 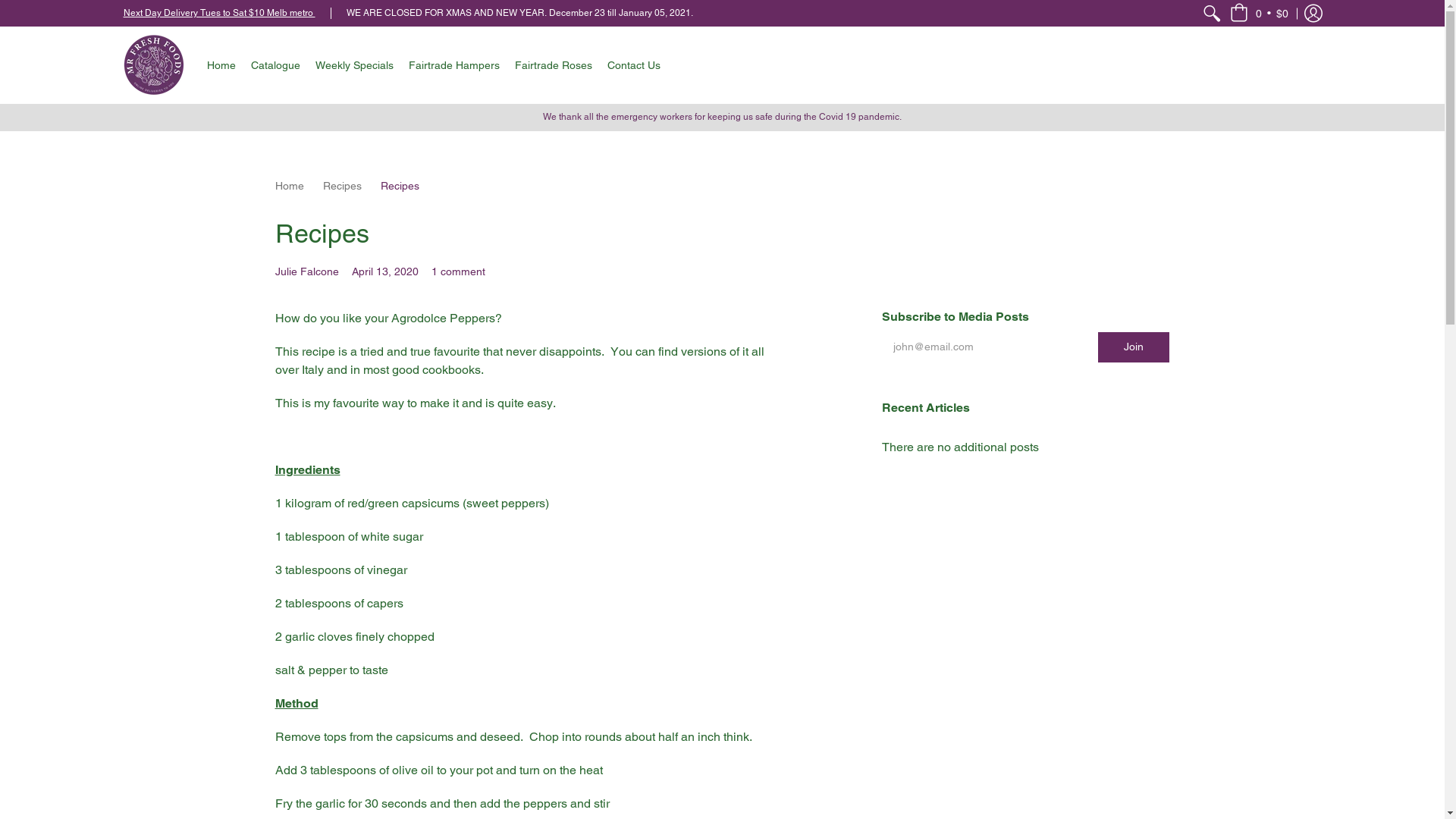 What do you see at coordinates (457, 271) in the screenshot?
I see `'1 comment'` at bounding box center [457, 271].